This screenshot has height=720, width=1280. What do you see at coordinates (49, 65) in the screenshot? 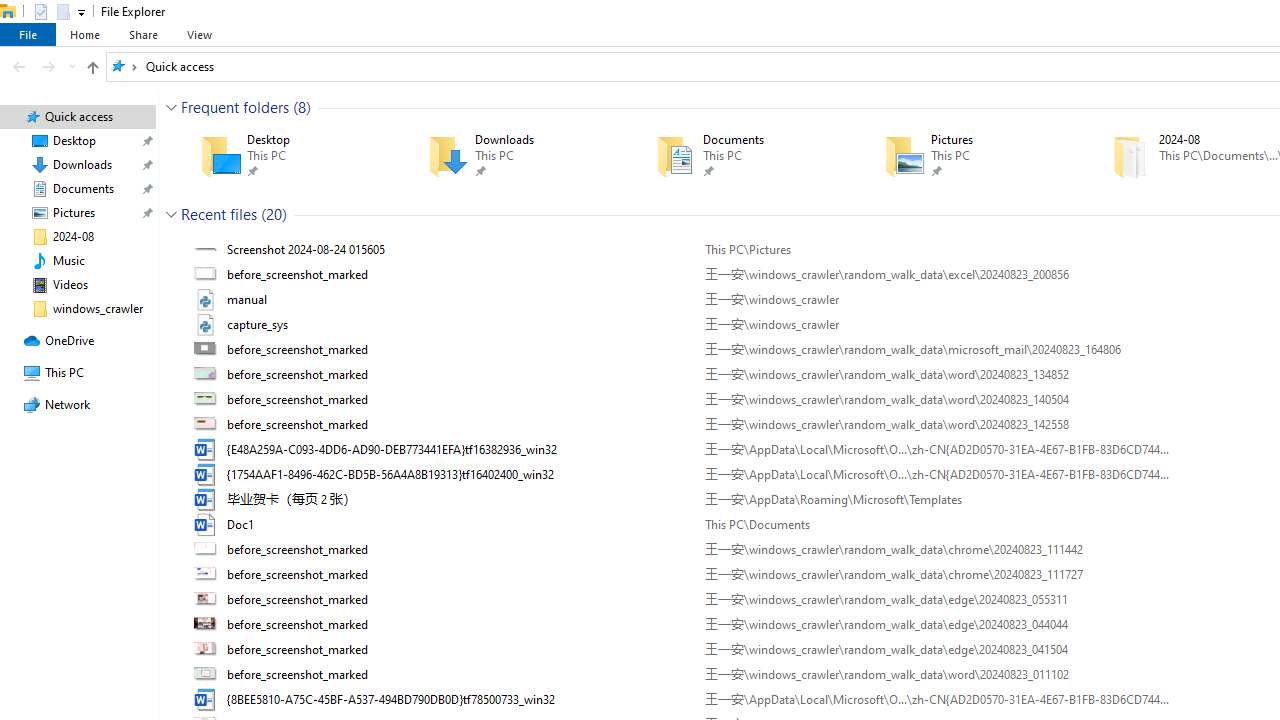
I see `'Forward (Alt + Right Arrow)'` at bounding box center [49, 65].